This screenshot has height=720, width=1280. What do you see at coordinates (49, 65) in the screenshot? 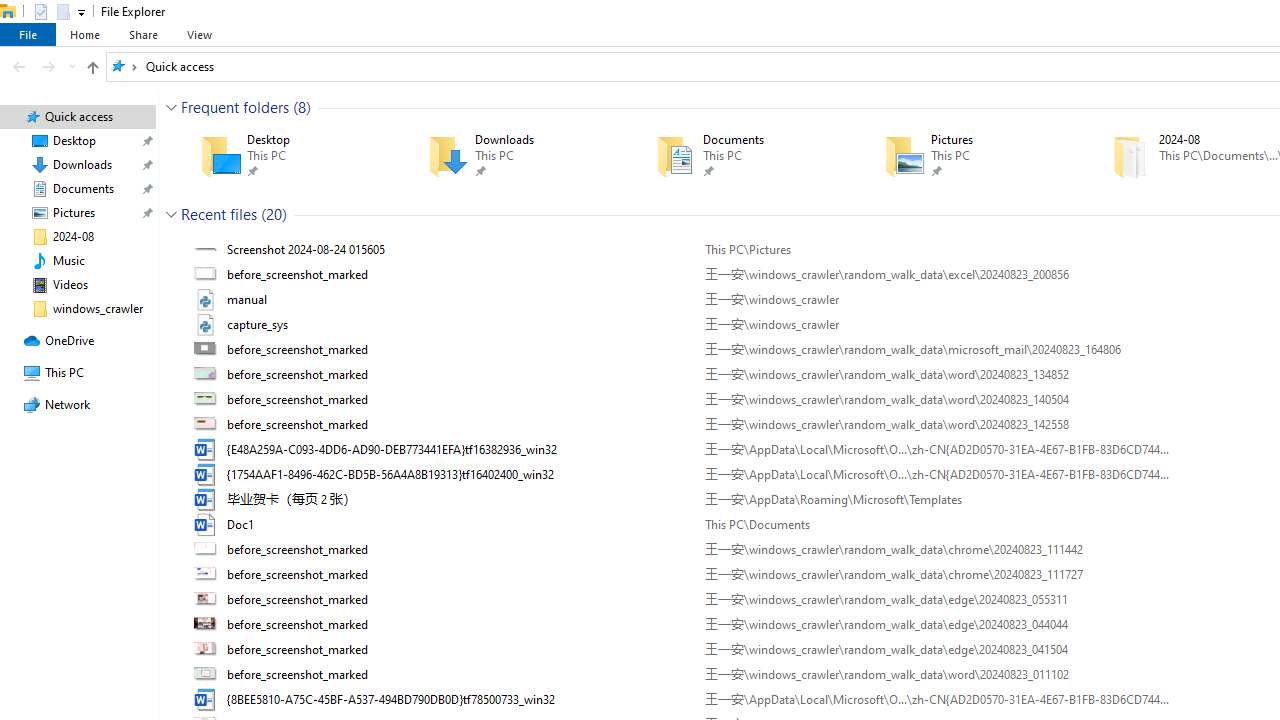
I see `'Forward (Alt + Right Arrow)'` at bounding box center [49, 65].